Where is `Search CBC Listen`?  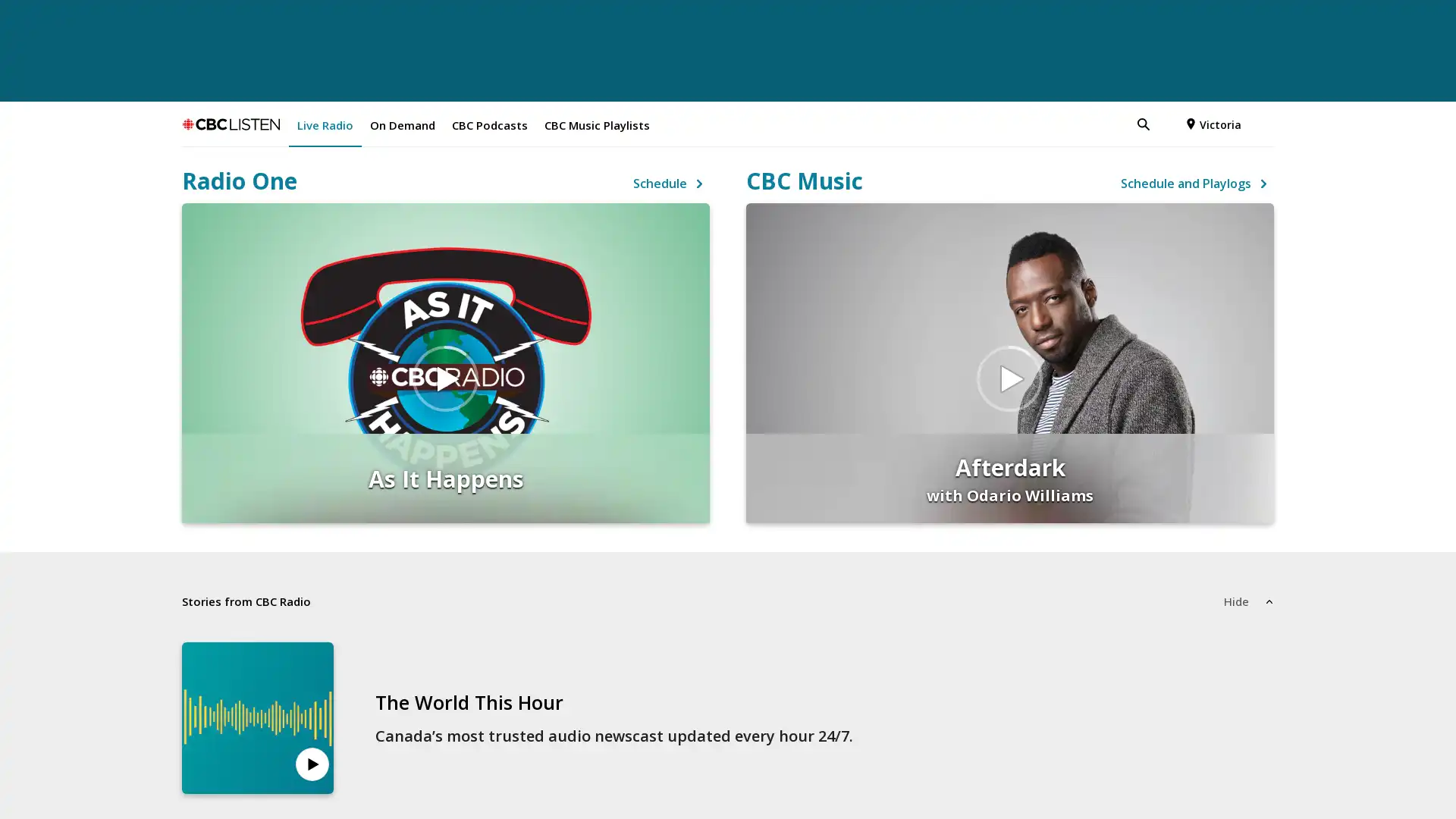 Search CBC Listen is located at coordinates (1081, 55).